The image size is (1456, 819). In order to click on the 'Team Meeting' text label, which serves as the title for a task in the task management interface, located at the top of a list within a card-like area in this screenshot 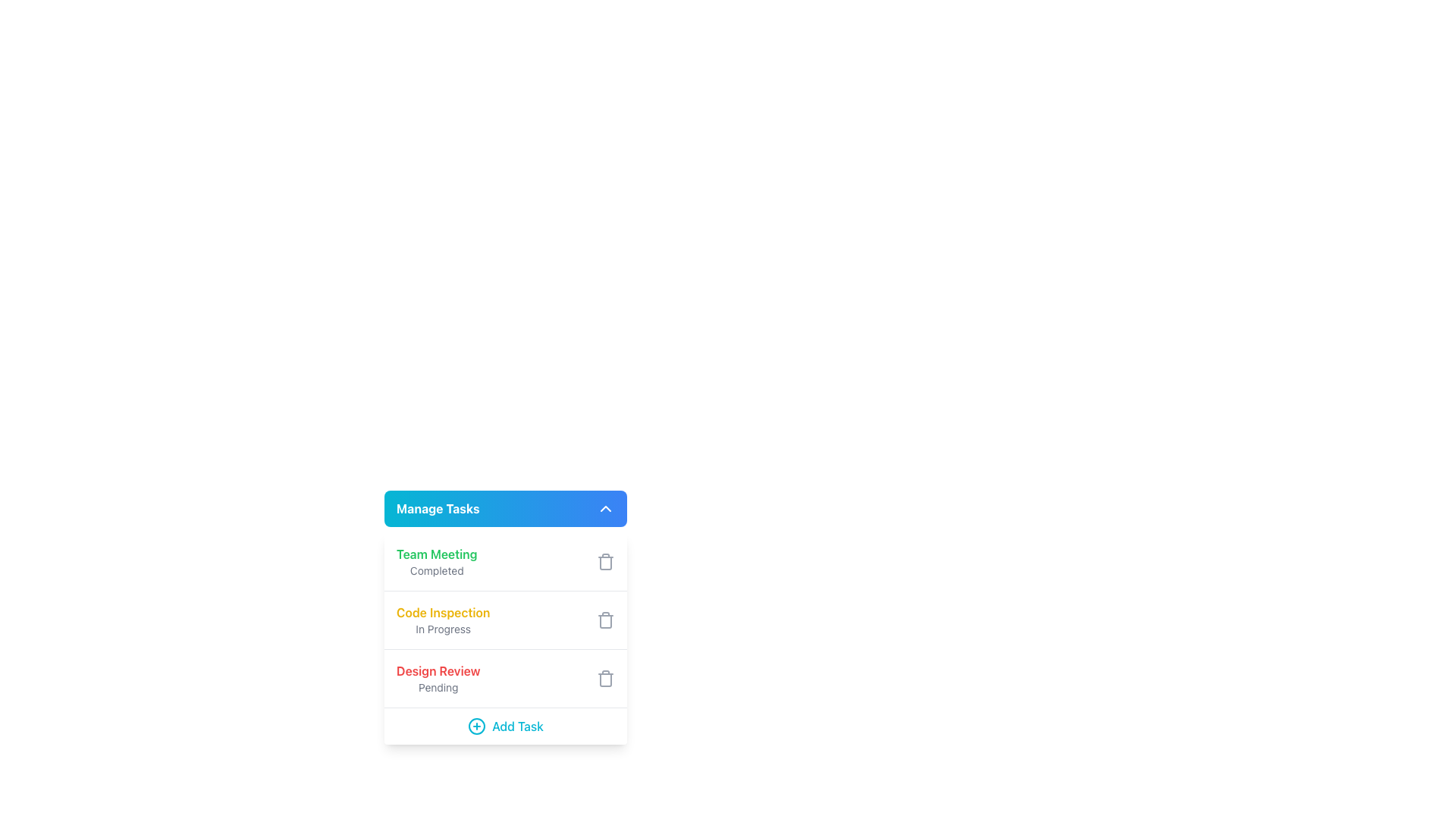, I will do `click(436, 554)`.